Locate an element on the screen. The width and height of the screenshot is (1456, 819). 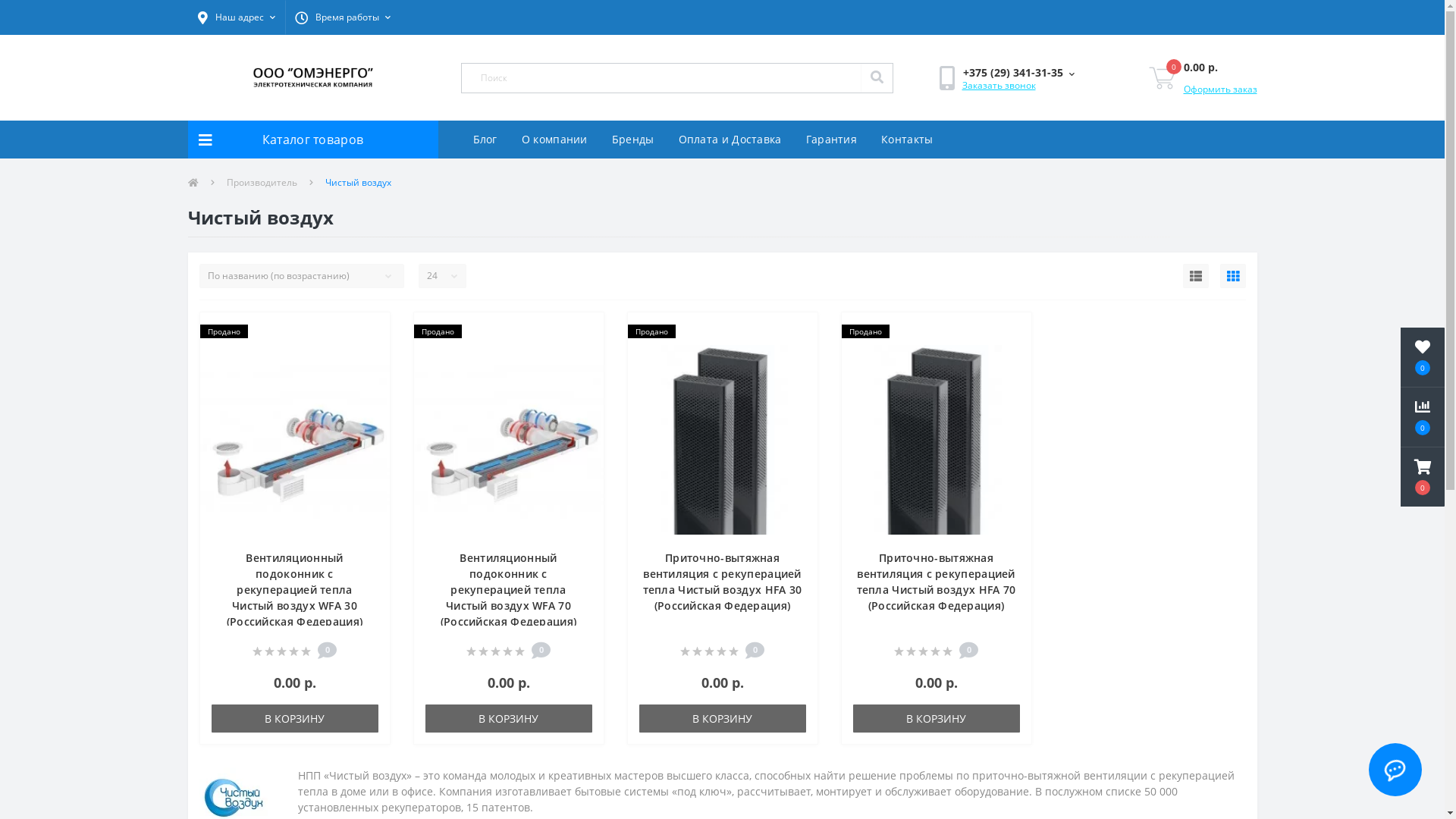
'+375 (29) 341-31-35' is located at coordinates (960, 72).